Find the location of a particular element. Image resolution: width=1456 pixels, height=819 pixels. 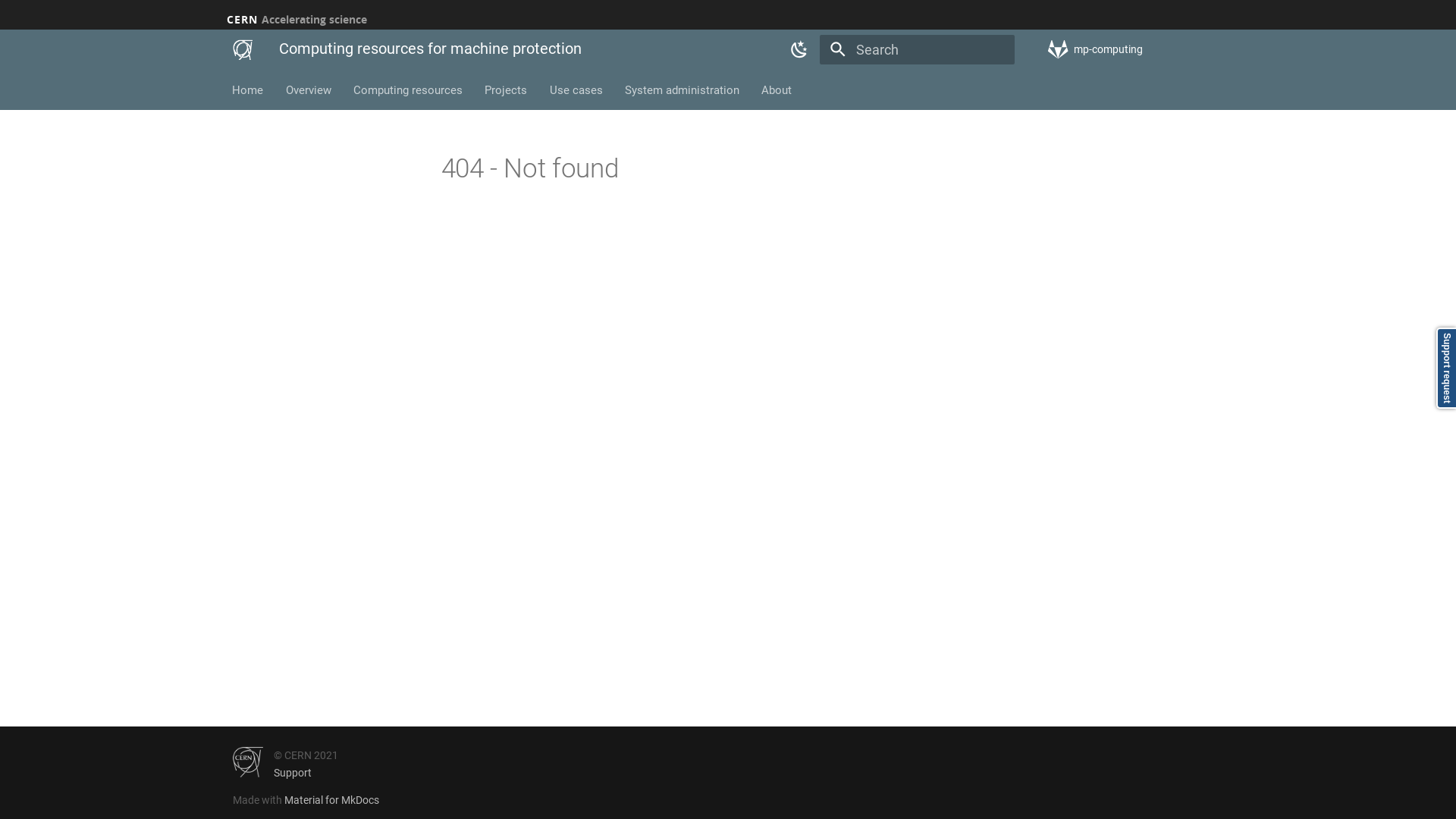

'Home' is located at coordinates (248, 90).